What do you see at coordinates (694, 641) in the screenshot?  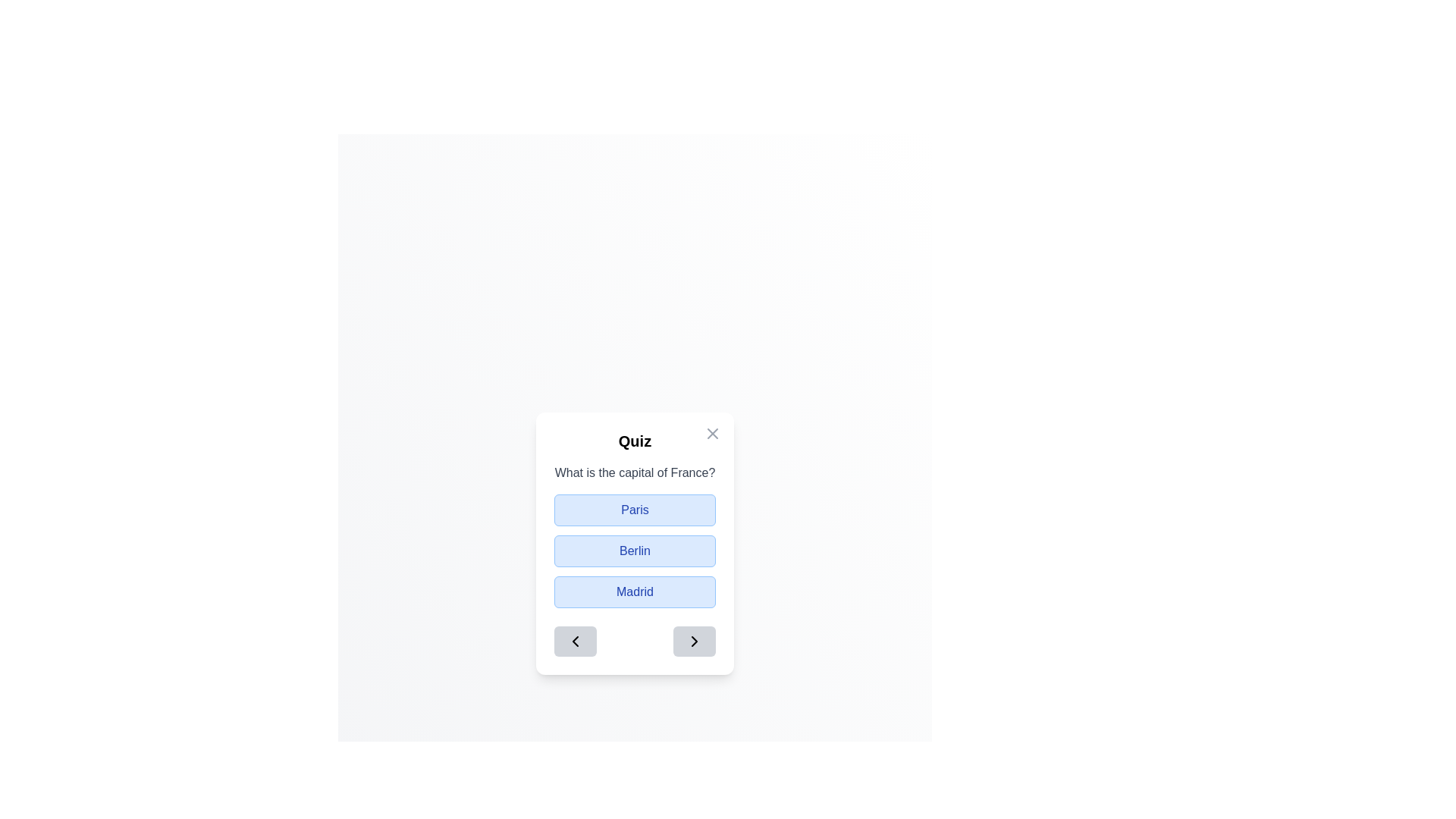 I see `the forward navigation icon located at the bottom-right corner of the dialog box to observe the hover effect` at bounding box center [694, 641].